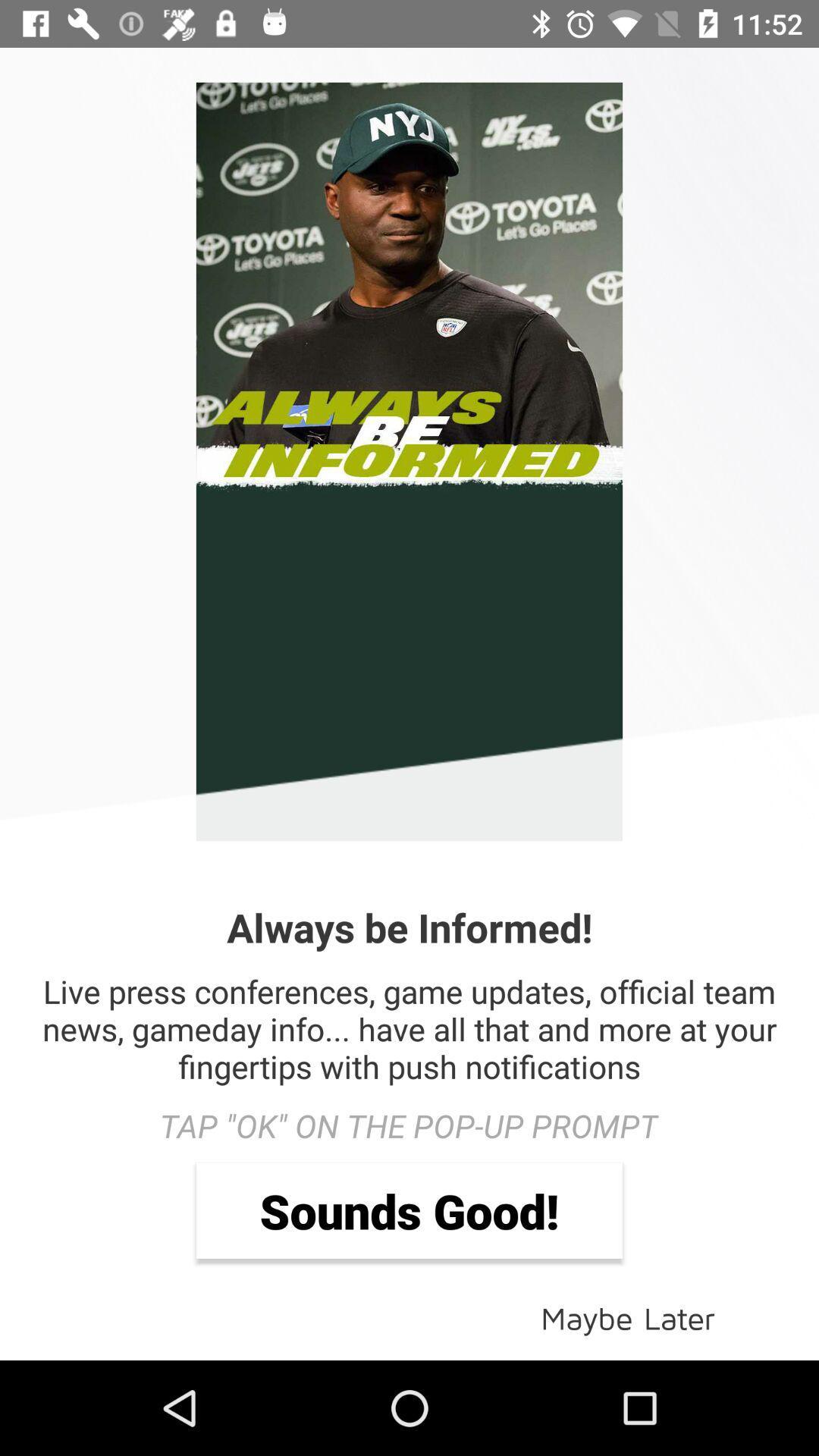  I want to click on item above maybe later item, so click(409, 1210).